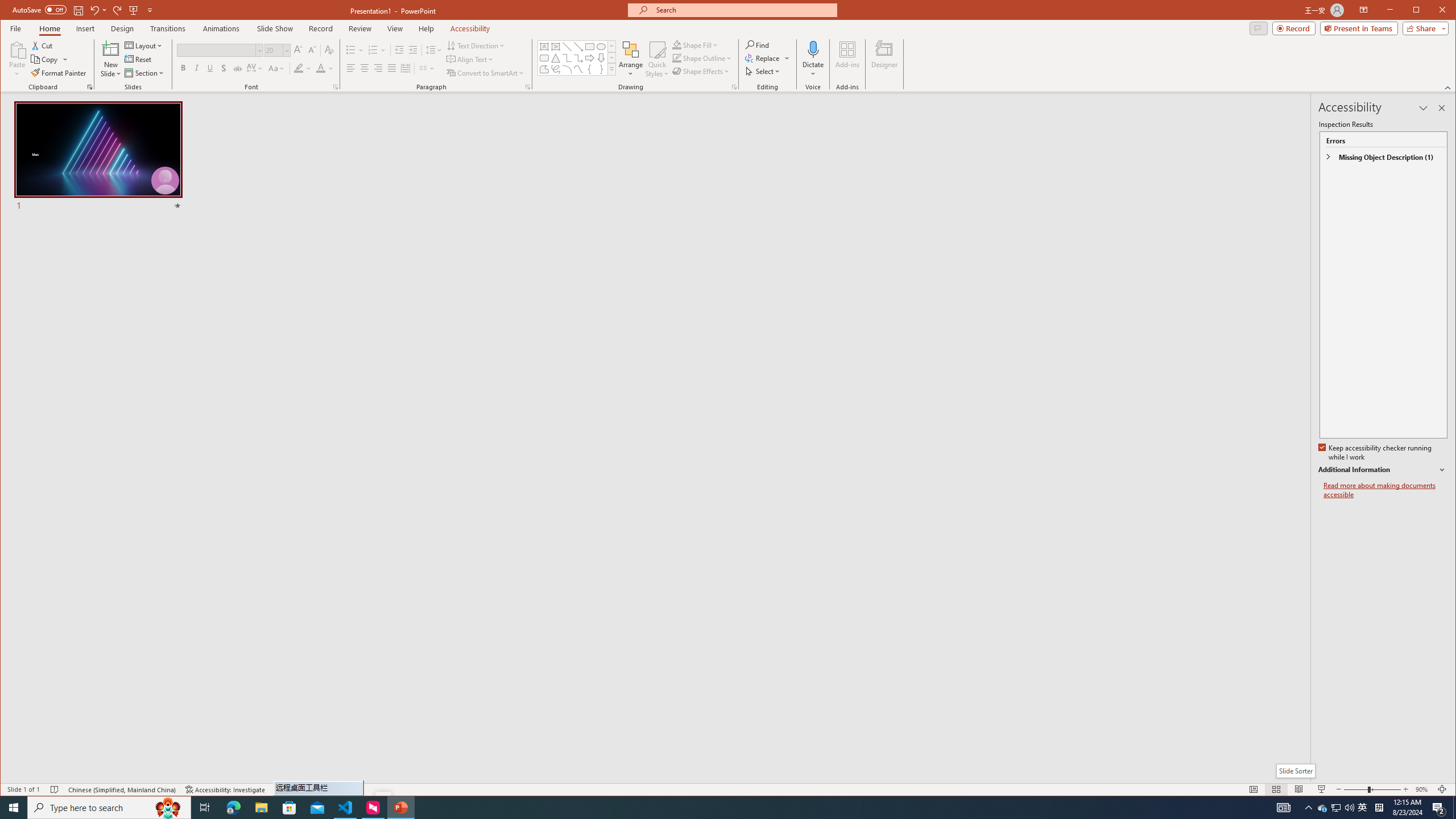 The width and height of the screenshot is (1456, 819). Describe the element at coordinates (758, 44) in the screenshot. I see `'Find...'` at that location.